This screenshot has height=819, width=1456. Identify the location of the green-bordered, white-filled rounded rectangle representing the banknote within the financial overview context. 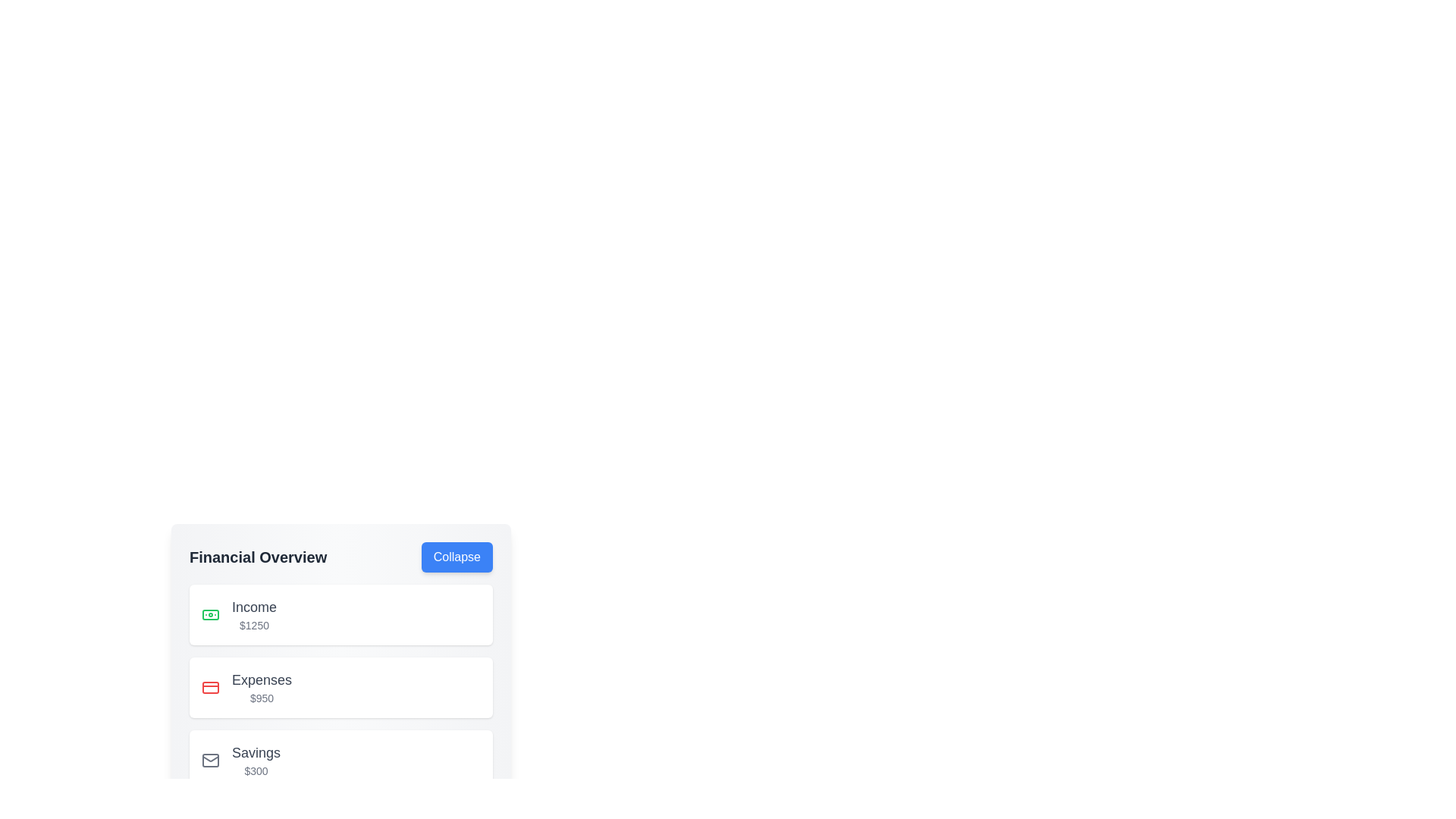
(210, 614).